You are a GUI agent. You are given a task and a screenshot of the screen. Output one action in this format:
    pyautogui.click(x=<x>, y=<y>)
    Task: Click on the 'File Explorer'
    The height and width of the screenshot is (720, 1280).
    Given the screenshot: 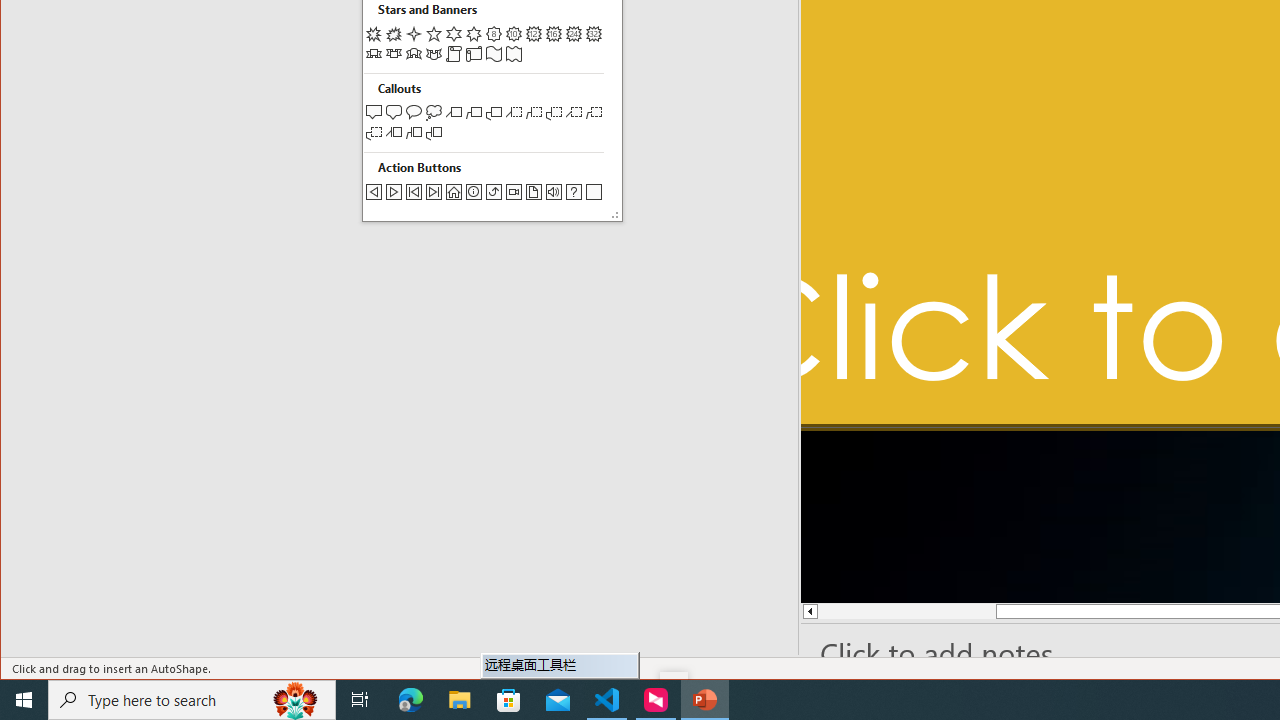 What is the action you would take?
    pyautogui.click(x=459, y=698)
    